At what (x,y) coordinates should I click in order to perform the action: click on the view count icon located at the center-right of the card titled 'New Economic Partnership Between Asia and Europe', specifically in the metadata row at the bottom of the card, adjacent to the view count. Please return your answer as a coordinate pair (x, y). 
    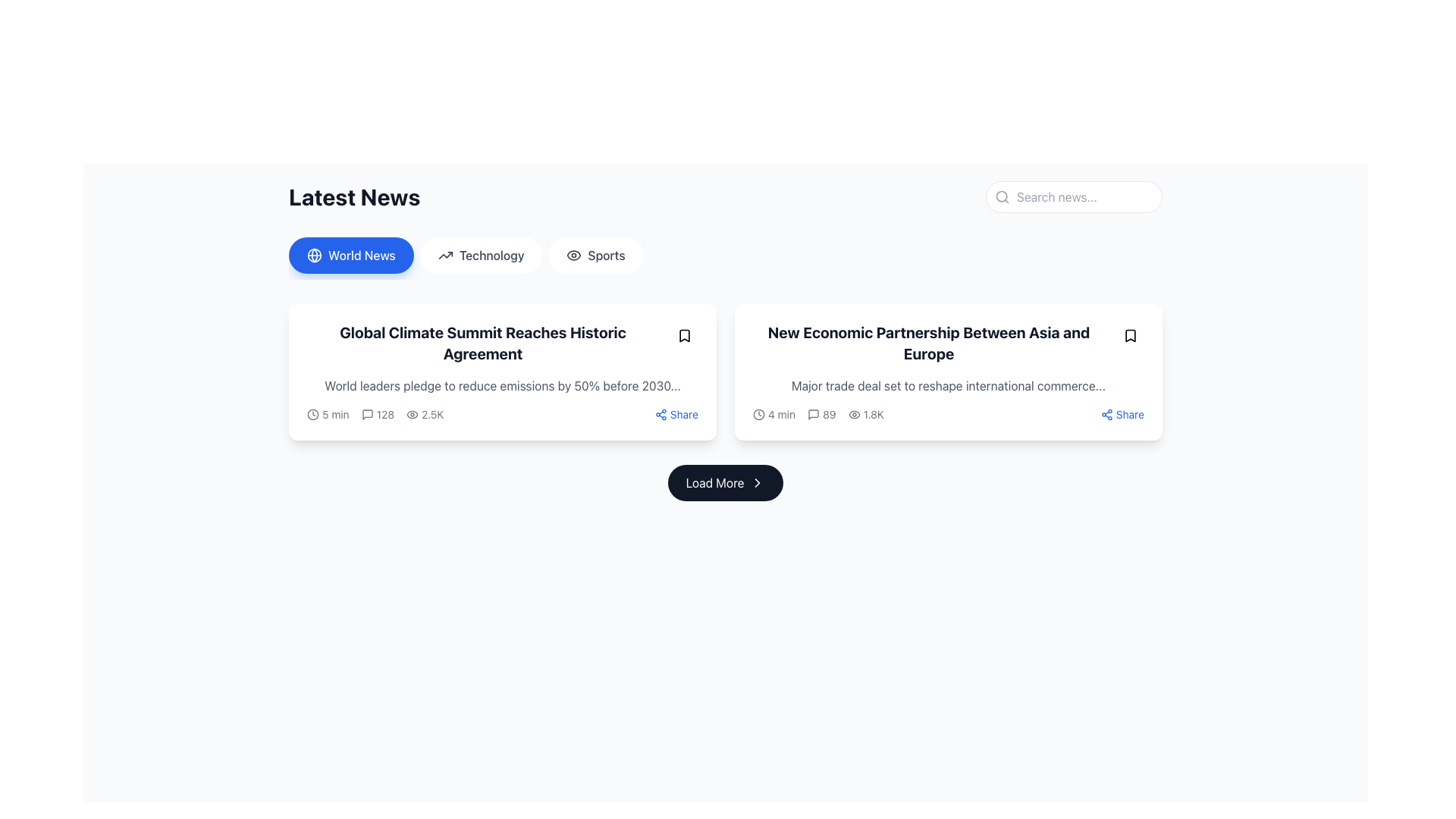
    Looking at the image, I should click on (854, 415).